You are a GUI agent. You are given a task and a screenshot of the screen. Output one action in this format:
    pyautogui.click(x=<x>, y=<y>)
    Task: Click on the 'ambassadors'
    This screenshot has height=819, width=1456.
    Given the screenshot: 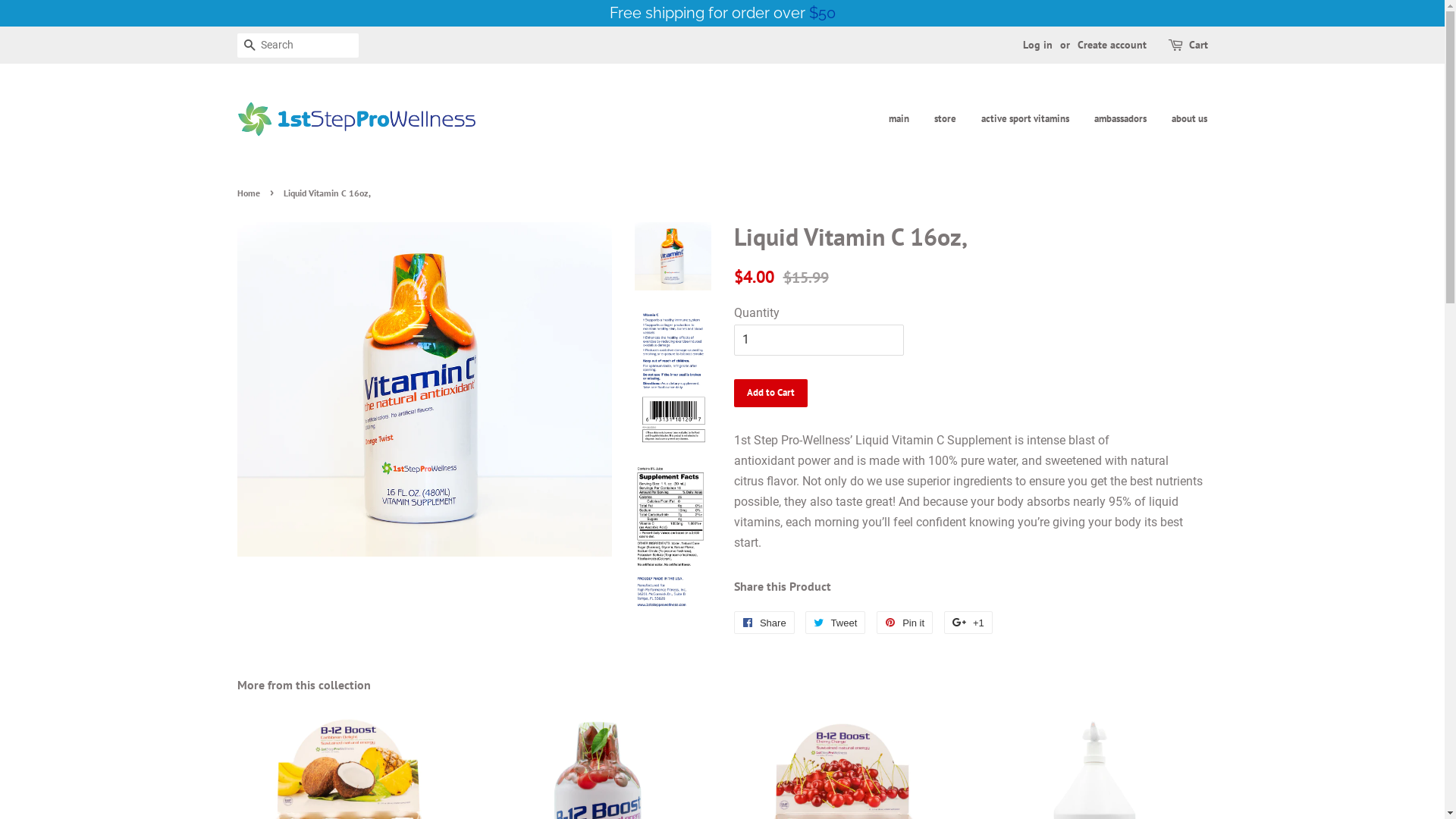 What is the action you would take?
    pyautogui.click(x=1120, y=118)
    